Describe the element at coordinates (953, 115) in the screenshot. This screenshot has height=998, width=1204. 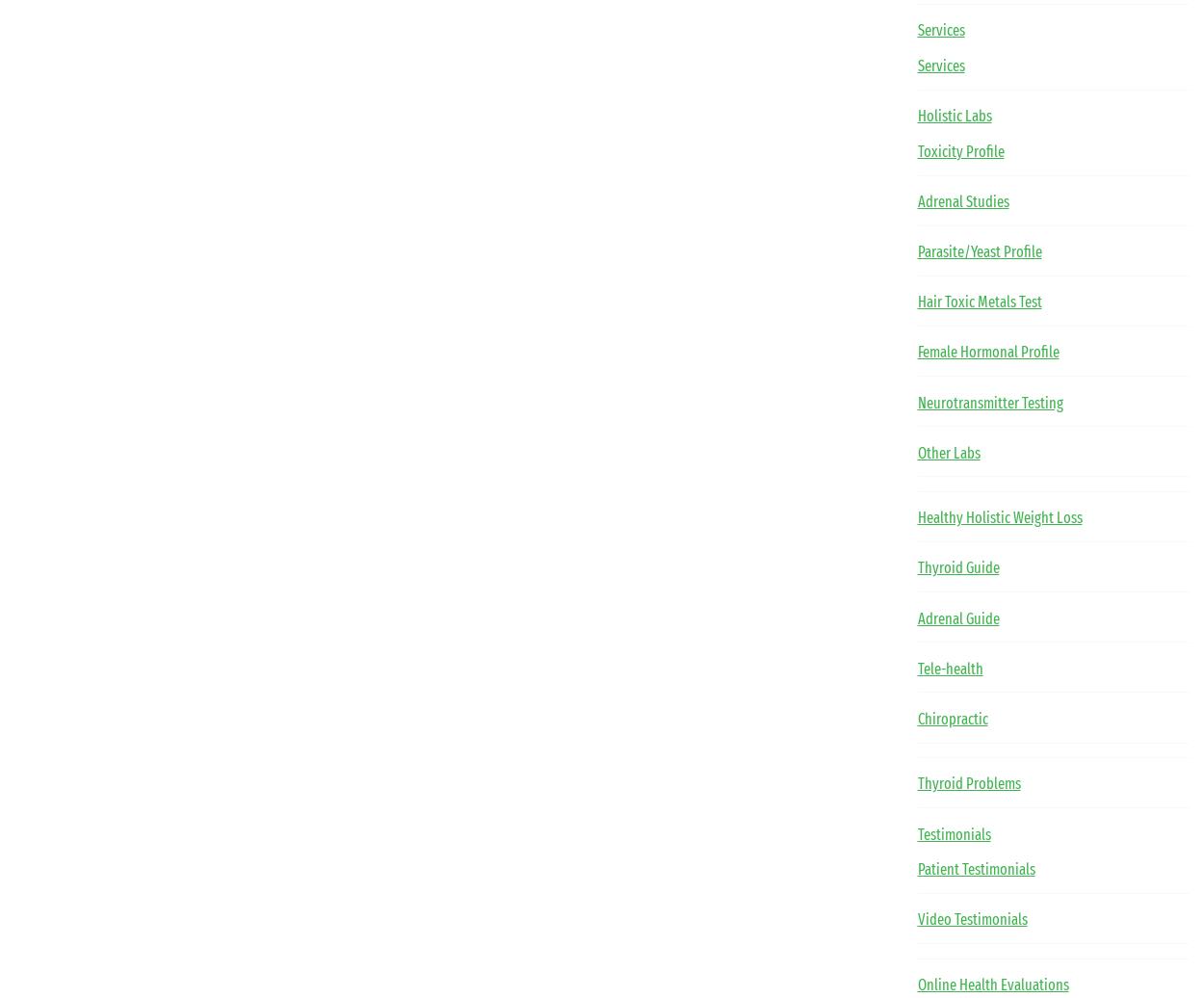
I see `'Holistic Labs'` at that location.